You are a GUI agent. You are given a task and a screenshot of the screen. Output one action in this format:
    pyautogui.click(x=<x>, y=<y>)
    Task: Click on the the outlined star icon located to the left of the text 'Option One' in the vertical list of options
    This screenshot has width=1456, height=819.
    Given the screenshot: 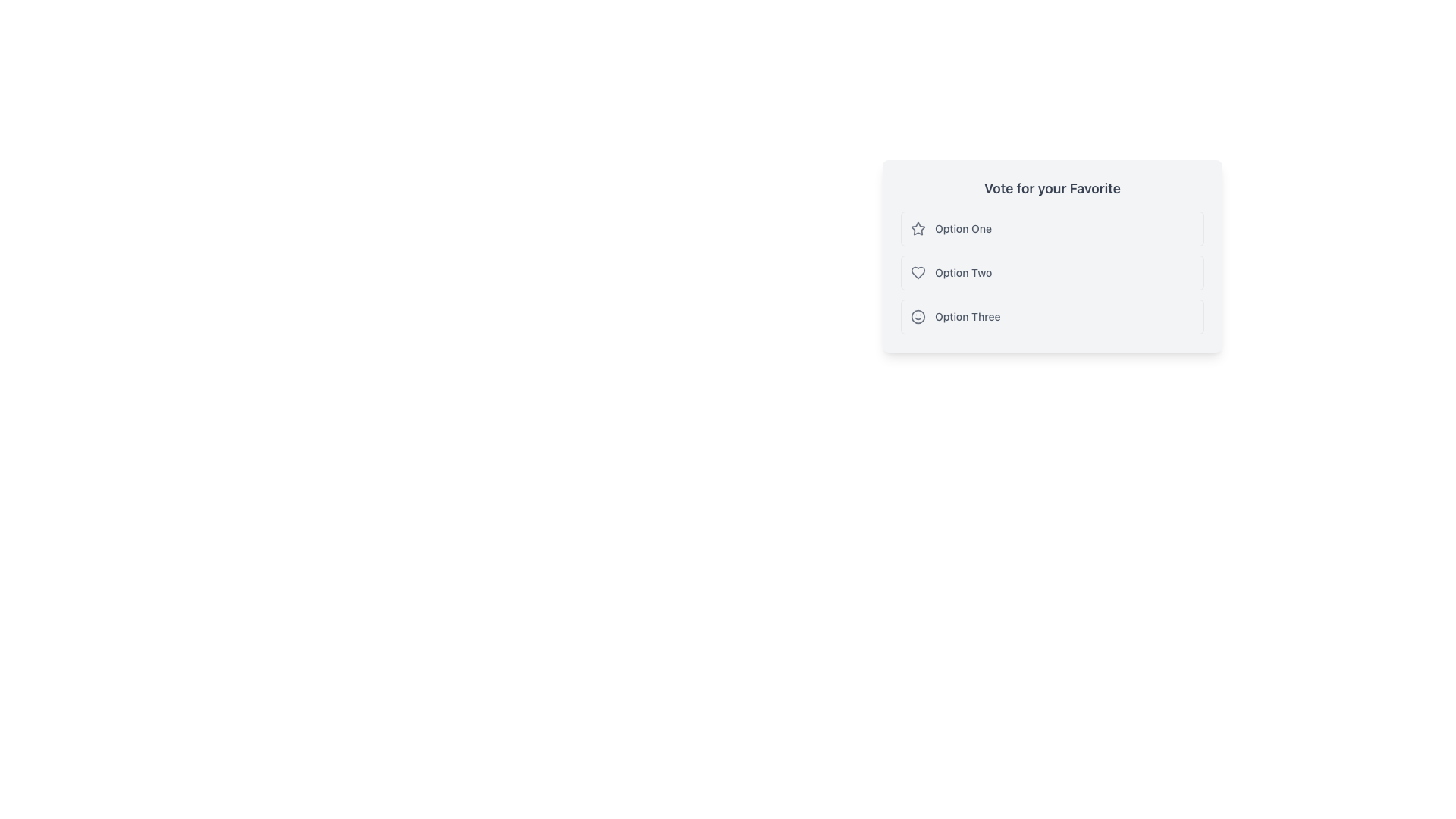 What is the action you would take?
    pyautogui.click(x=916, y=227)
    